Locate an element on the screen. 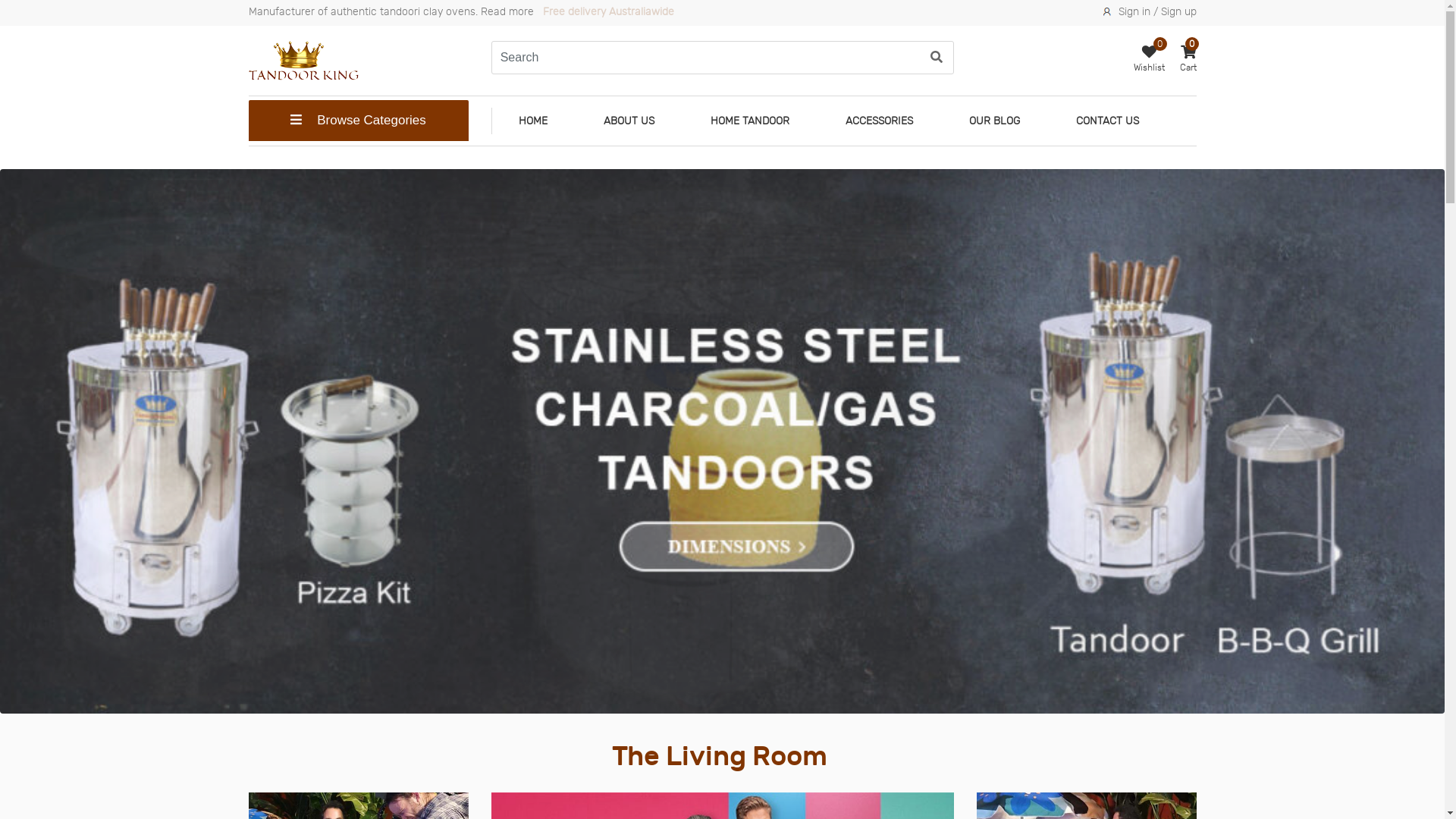  'HOME TANDOOR' is located at coordinates (749, 120).